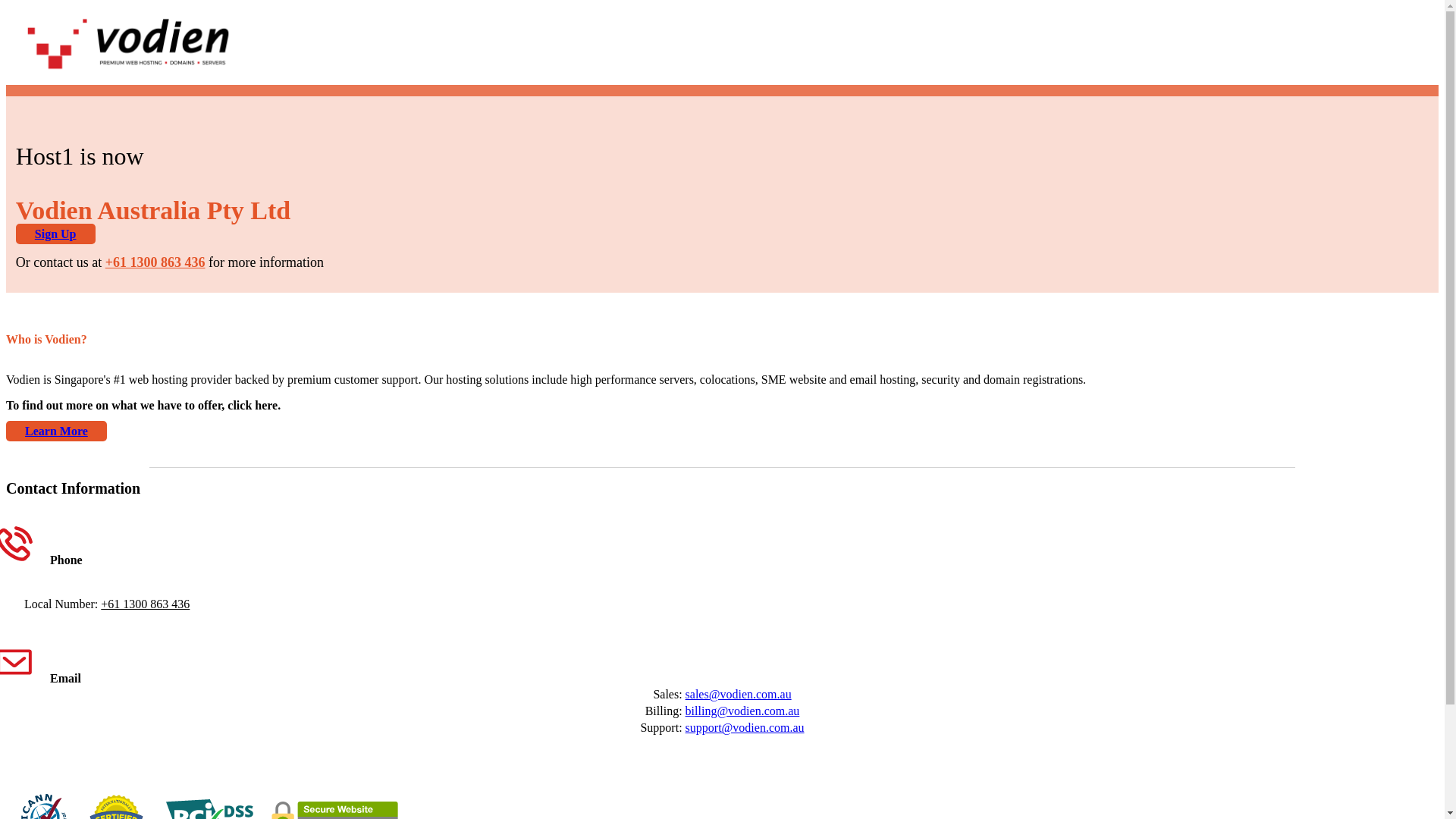 This screenshot has width=1456, height=819. What do you see at coordinates (745, 726) in the screenshot?
I see `'support@vodien.com.au'` at bounding box center [745, 726].